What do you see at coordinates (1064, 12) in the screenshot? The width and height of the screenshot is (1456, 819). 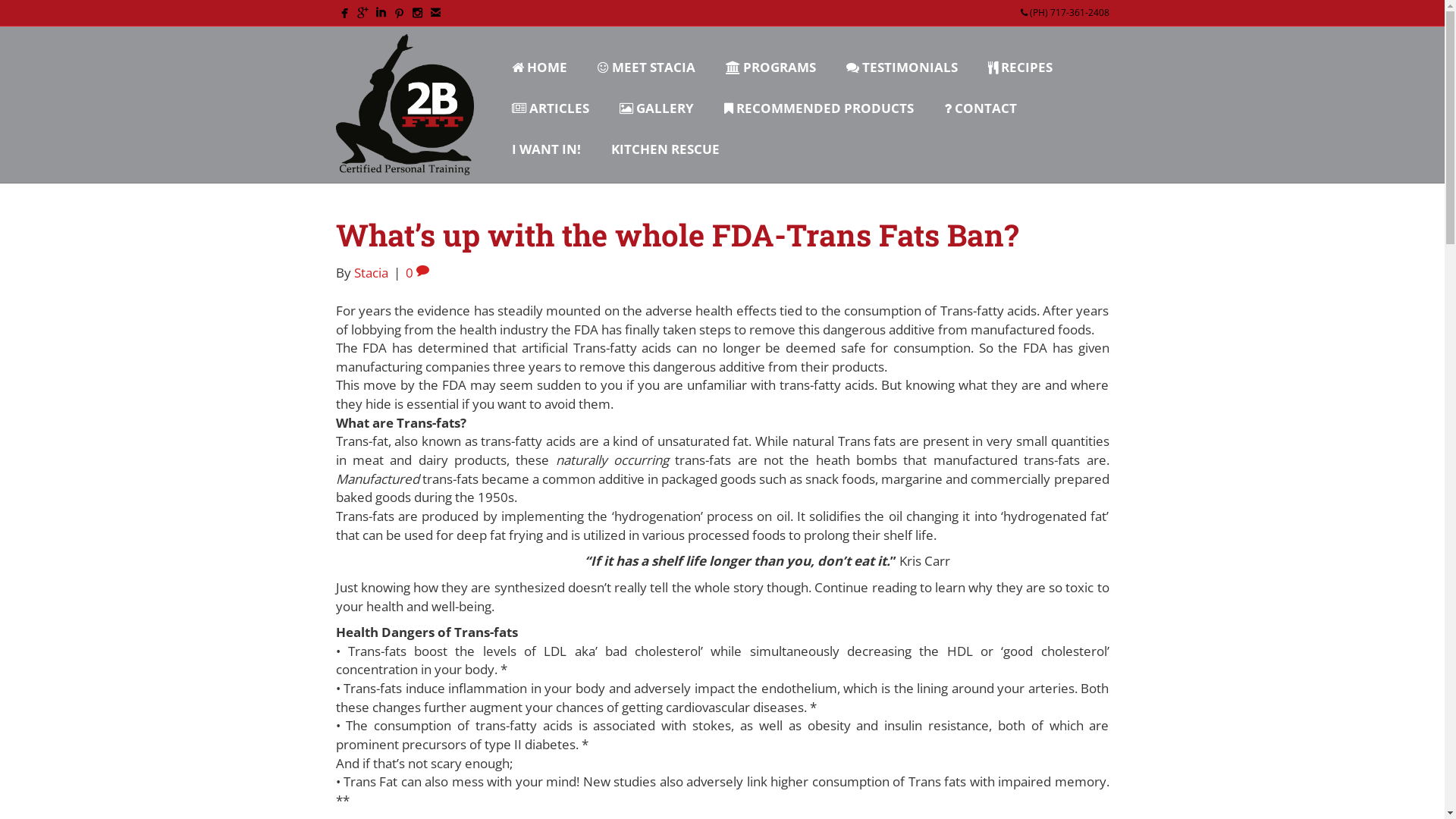 I see `'(PH) 717-361-2408'` at bounding box center [1064, 12].